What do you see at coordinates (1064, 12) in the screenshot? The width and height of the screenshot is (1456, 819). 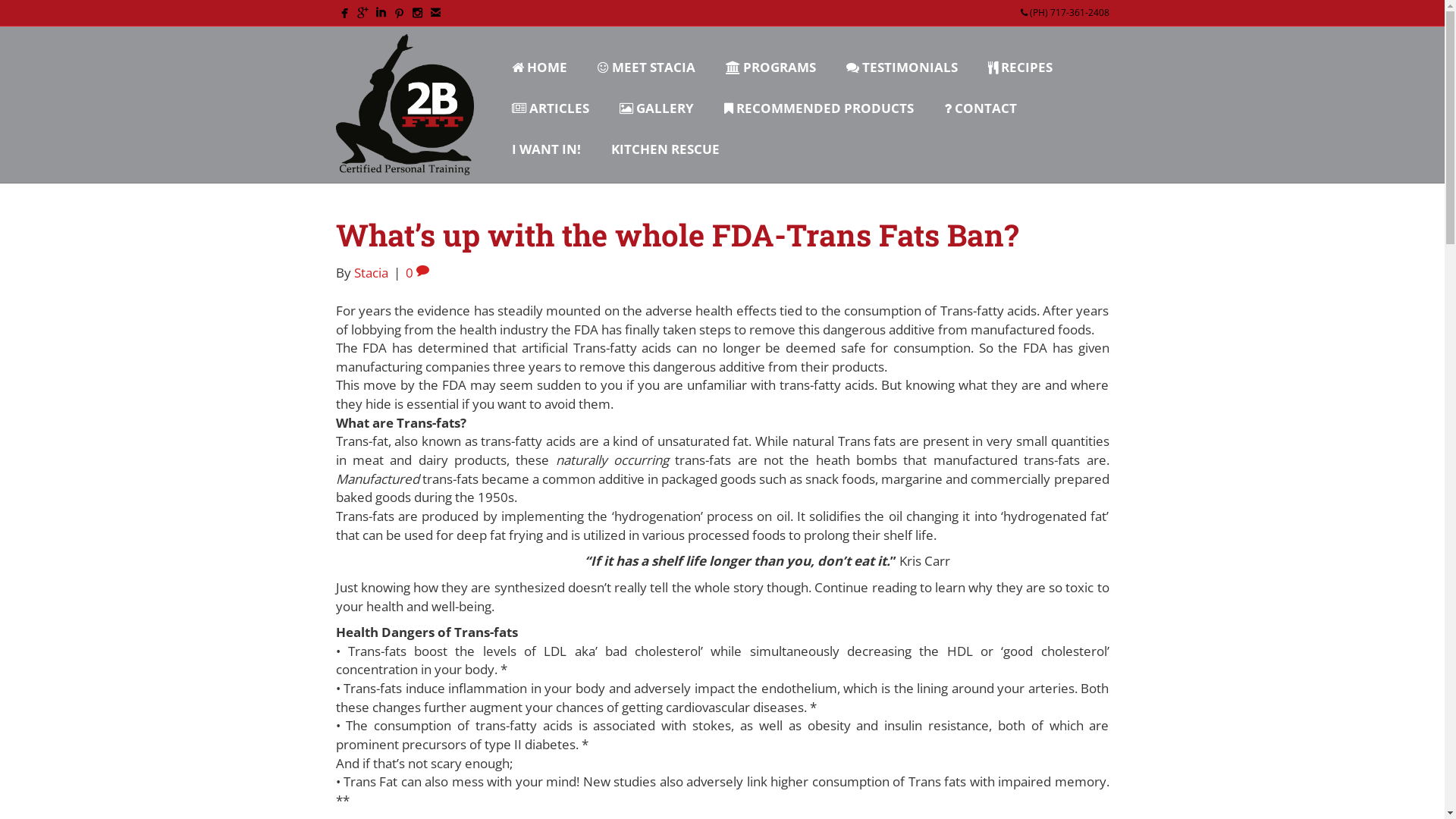 I see `'(PH) 717-361-2408'` at bounding box center [1064, 12].